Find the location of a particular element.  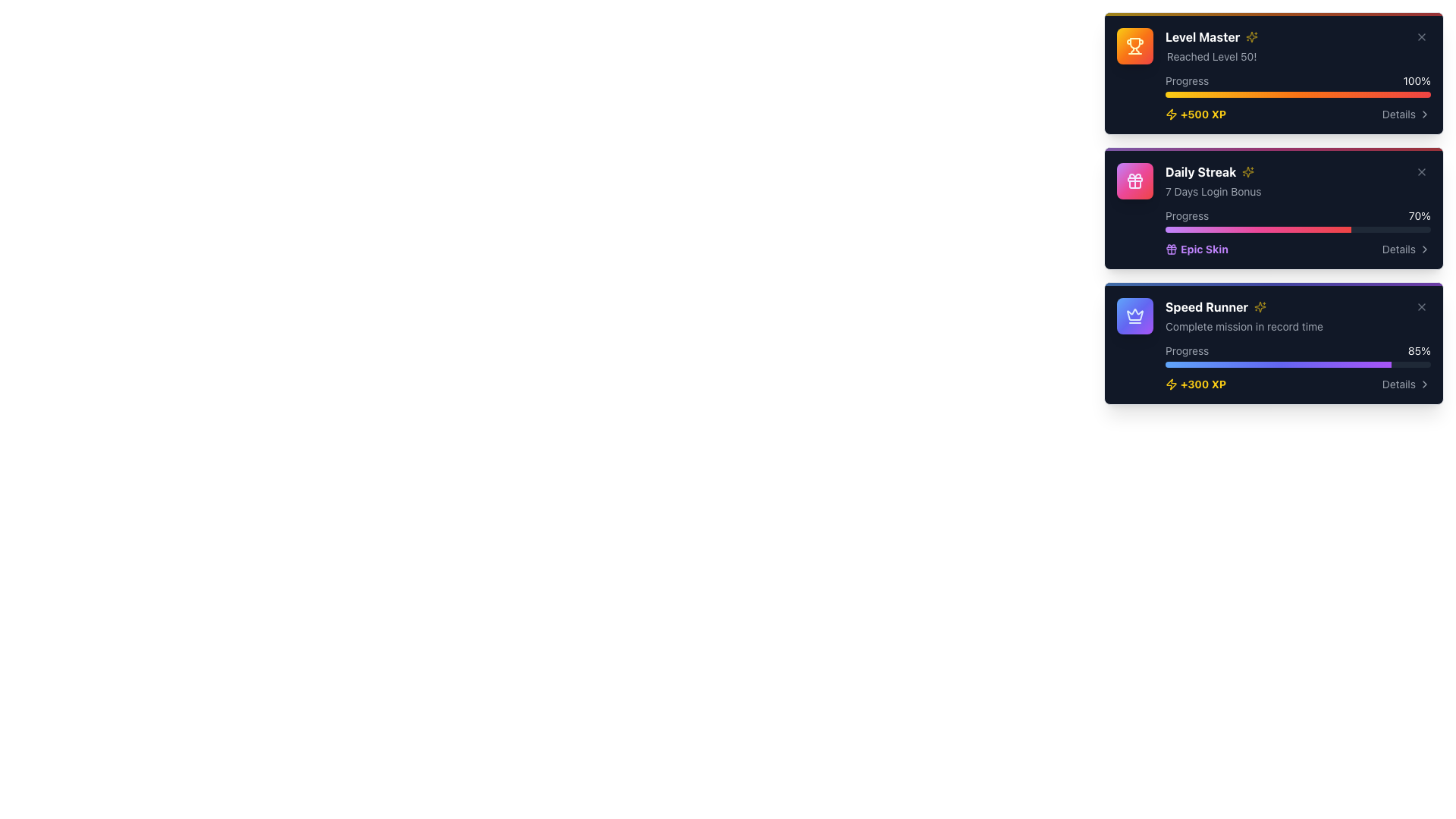

the text label that indicates the title for a specific mission or milestone description is located at coordinates (1244, 307).